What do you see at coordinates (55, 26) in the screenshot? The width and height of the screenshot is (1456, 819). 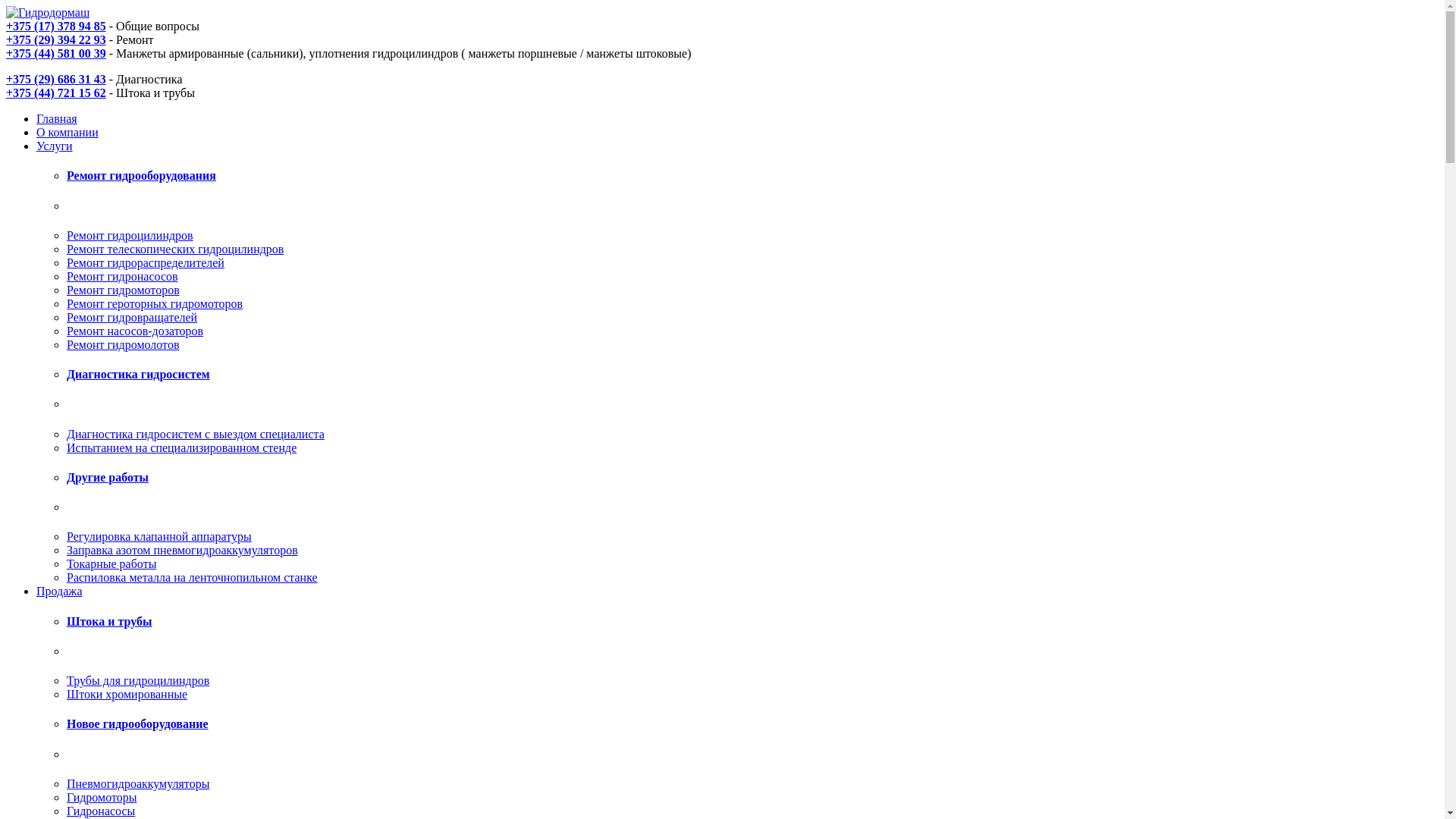 I see `'+375 (17) 378 94 85'` at bounding box center [55, 26].